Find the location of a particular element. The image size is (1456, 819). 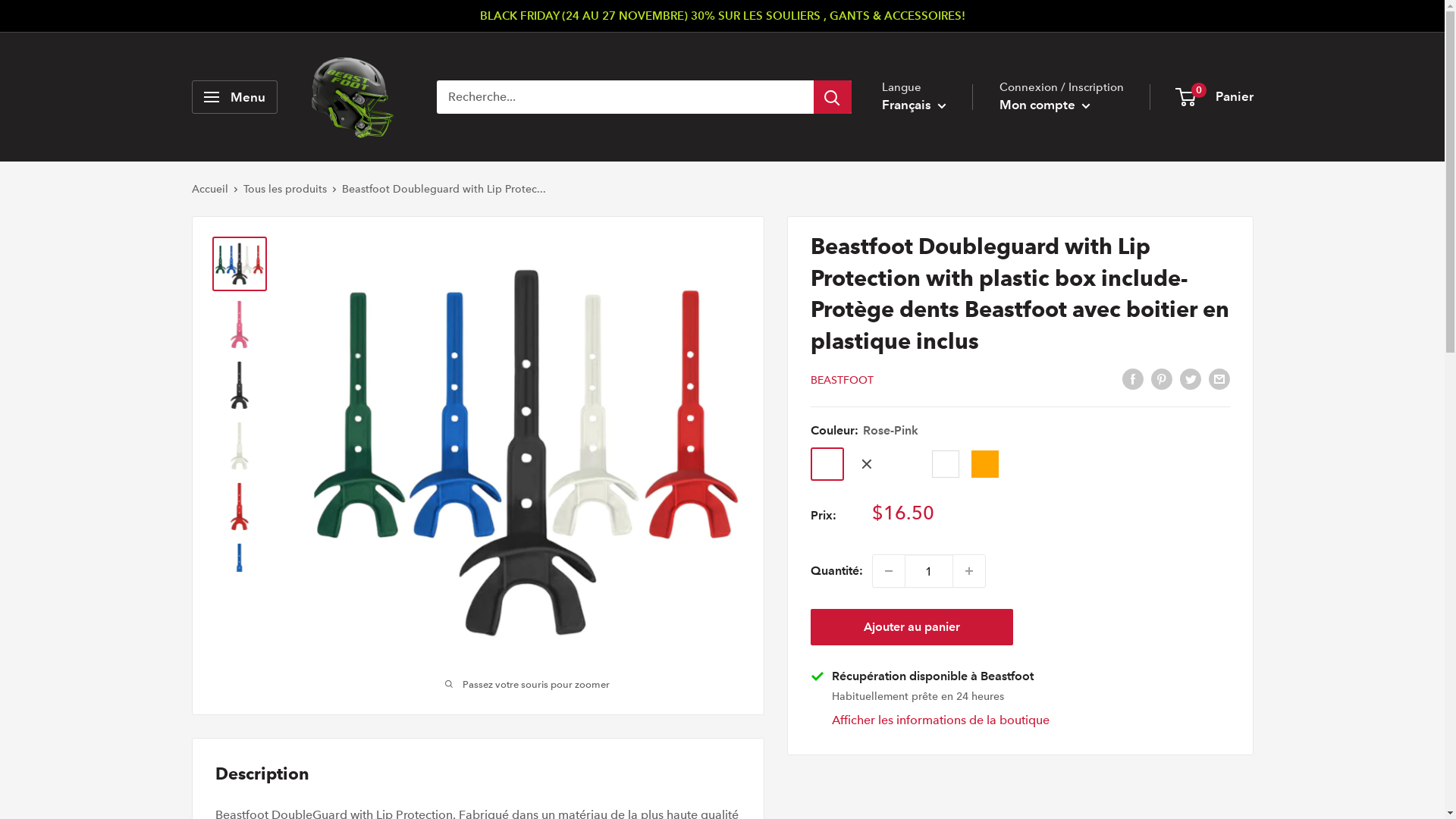

'Mon compte' is located at coordinates (1043, 104).